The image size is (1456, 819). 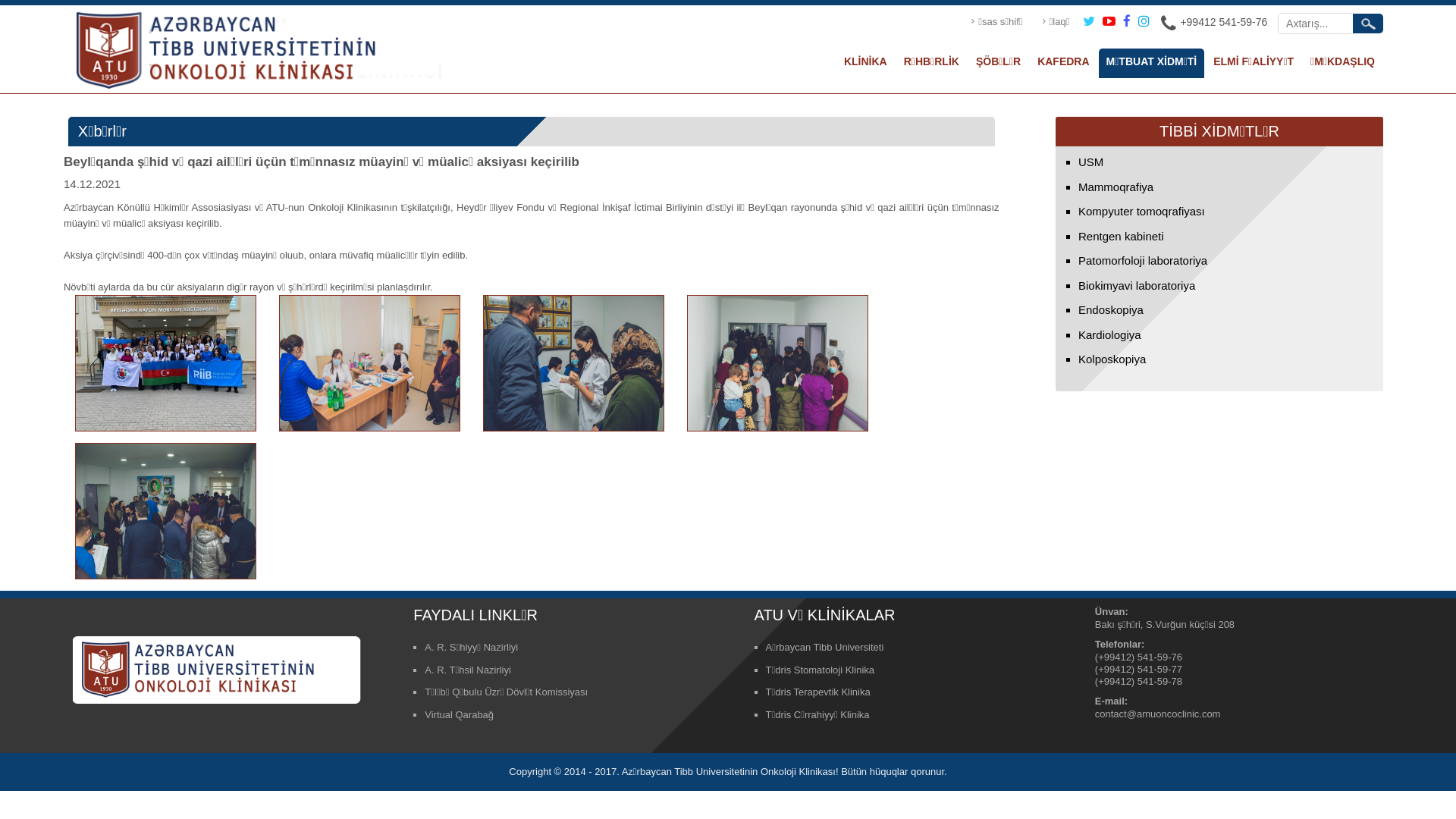 What do you see at coordinates (1121, 235) in the screenshot?
I see `'Rentgen kabineti'` at bounding box center [1121, 235].